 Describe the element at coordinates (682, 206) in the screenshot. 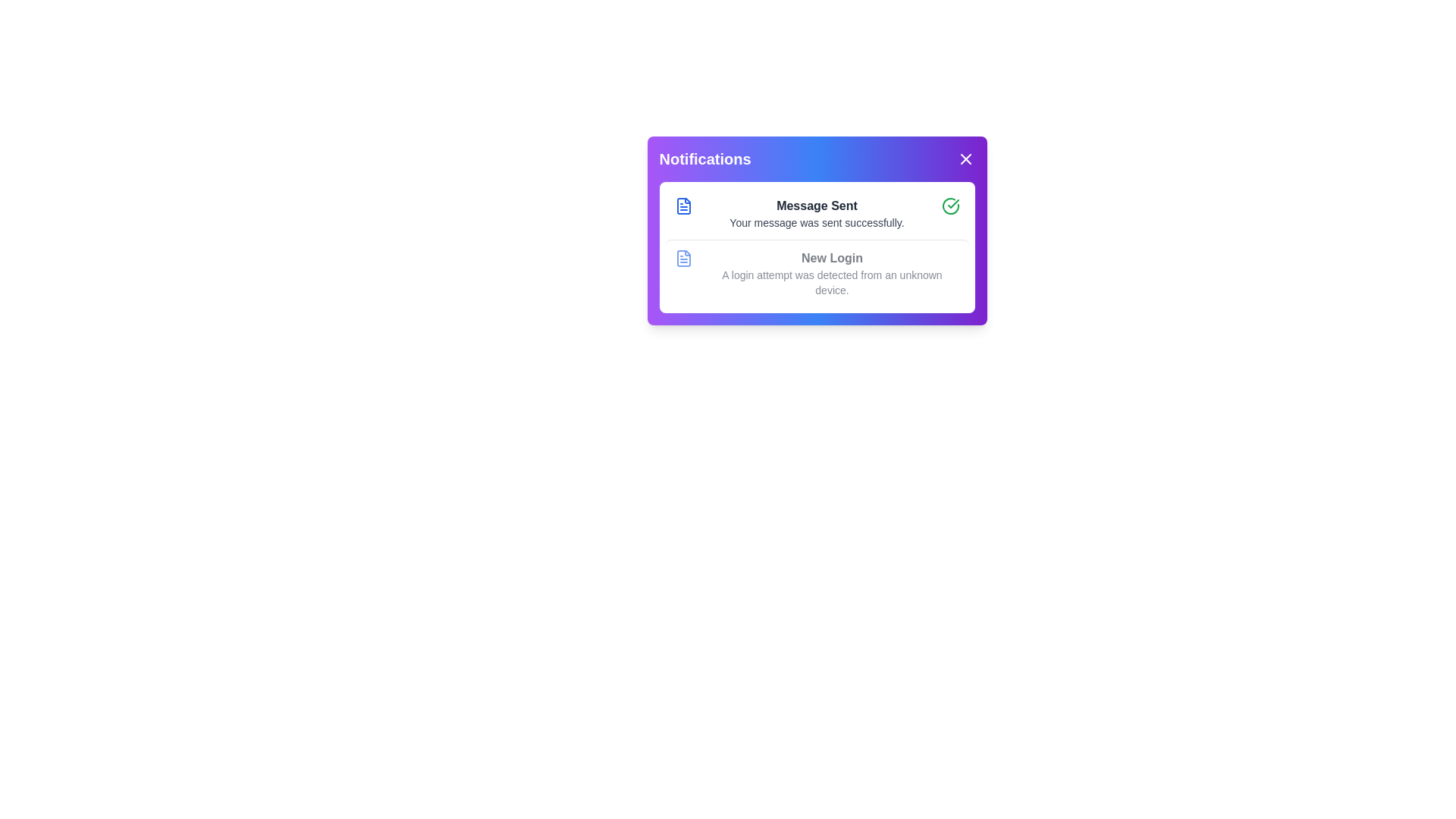

I see `the blue file icon located beside the text 'Message Sent' within the notification card` at that location.